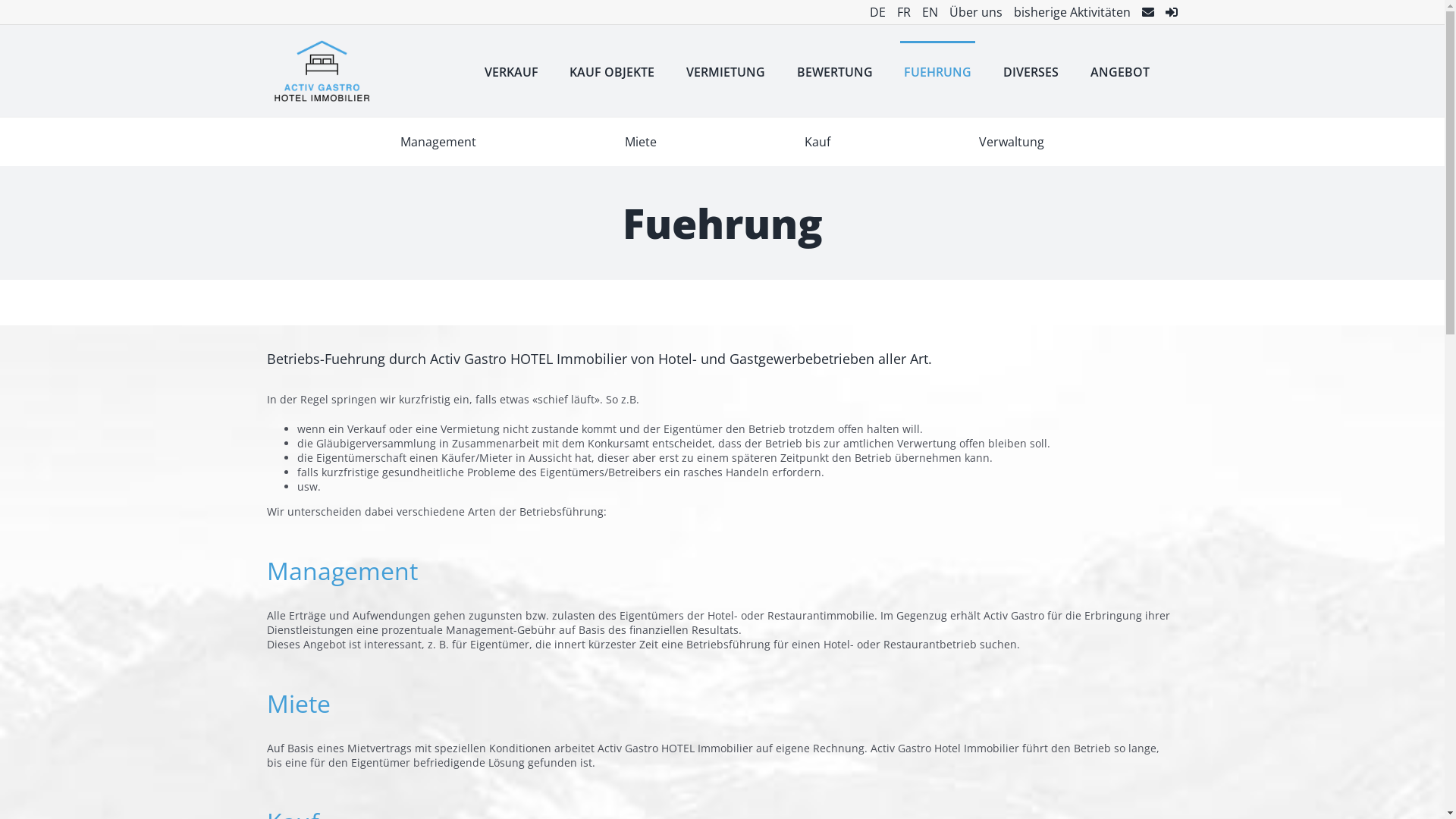 The width and height of the screenshot is (1456, 819). What do you see at coordinates (792, 71) in the screenshot?
I see `'BEWERTUNG'` at bounding box center [792, 71].